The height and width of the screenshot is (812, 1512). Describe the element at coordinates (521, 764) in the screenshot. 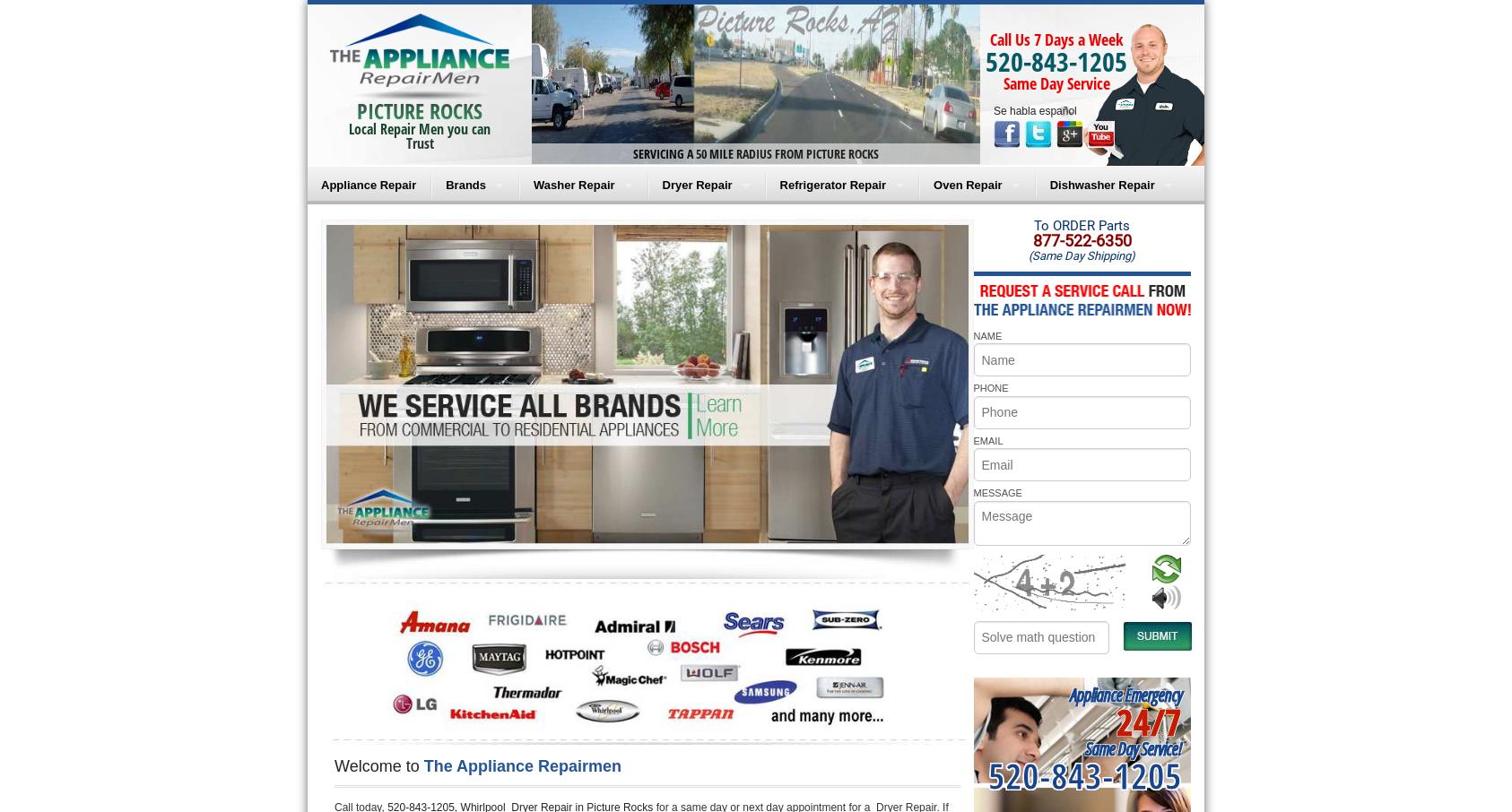

I see `'The Appliance Repairmen'` at that location.